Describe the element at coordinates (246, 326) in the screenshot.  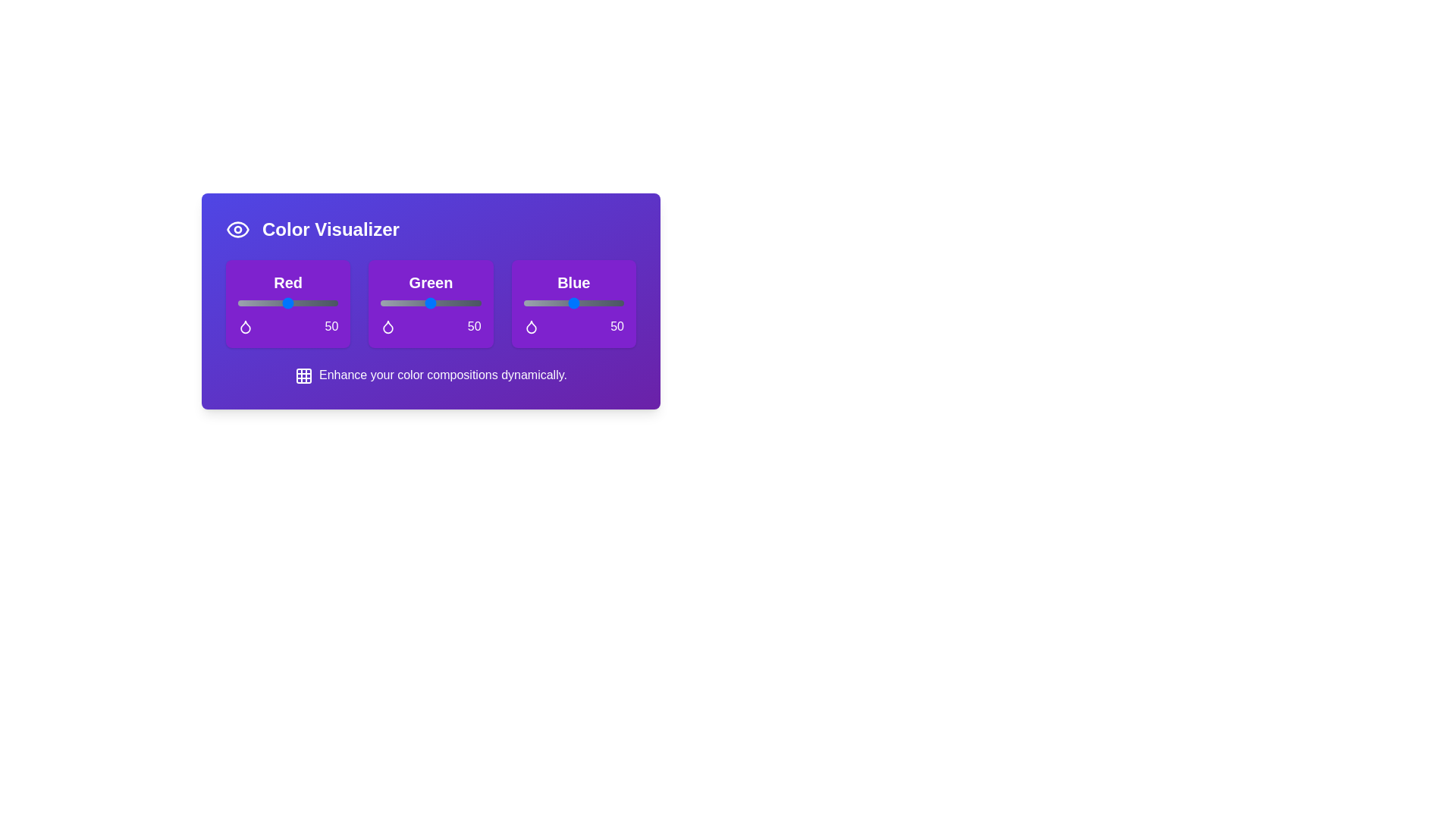
I see `the Droplet icon to observe its design and aesthetics` at that location.